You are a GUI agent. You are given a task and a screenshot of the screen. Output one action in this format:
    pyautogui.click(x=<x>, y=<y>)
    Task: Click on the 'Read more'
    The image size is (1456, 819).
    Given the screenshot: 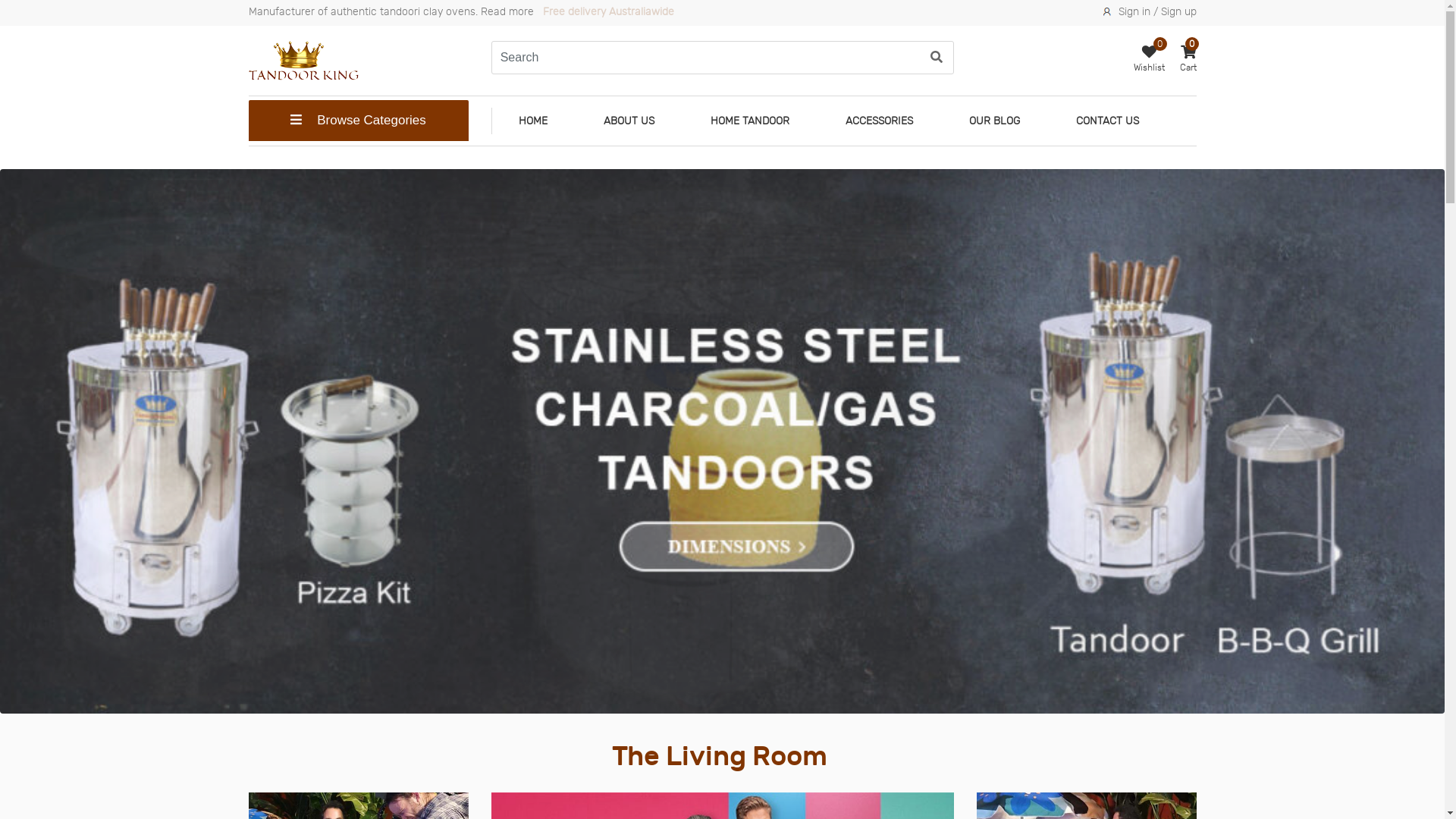 What is the action you would take?
    pyautogui.click(x=507, y=11)
    